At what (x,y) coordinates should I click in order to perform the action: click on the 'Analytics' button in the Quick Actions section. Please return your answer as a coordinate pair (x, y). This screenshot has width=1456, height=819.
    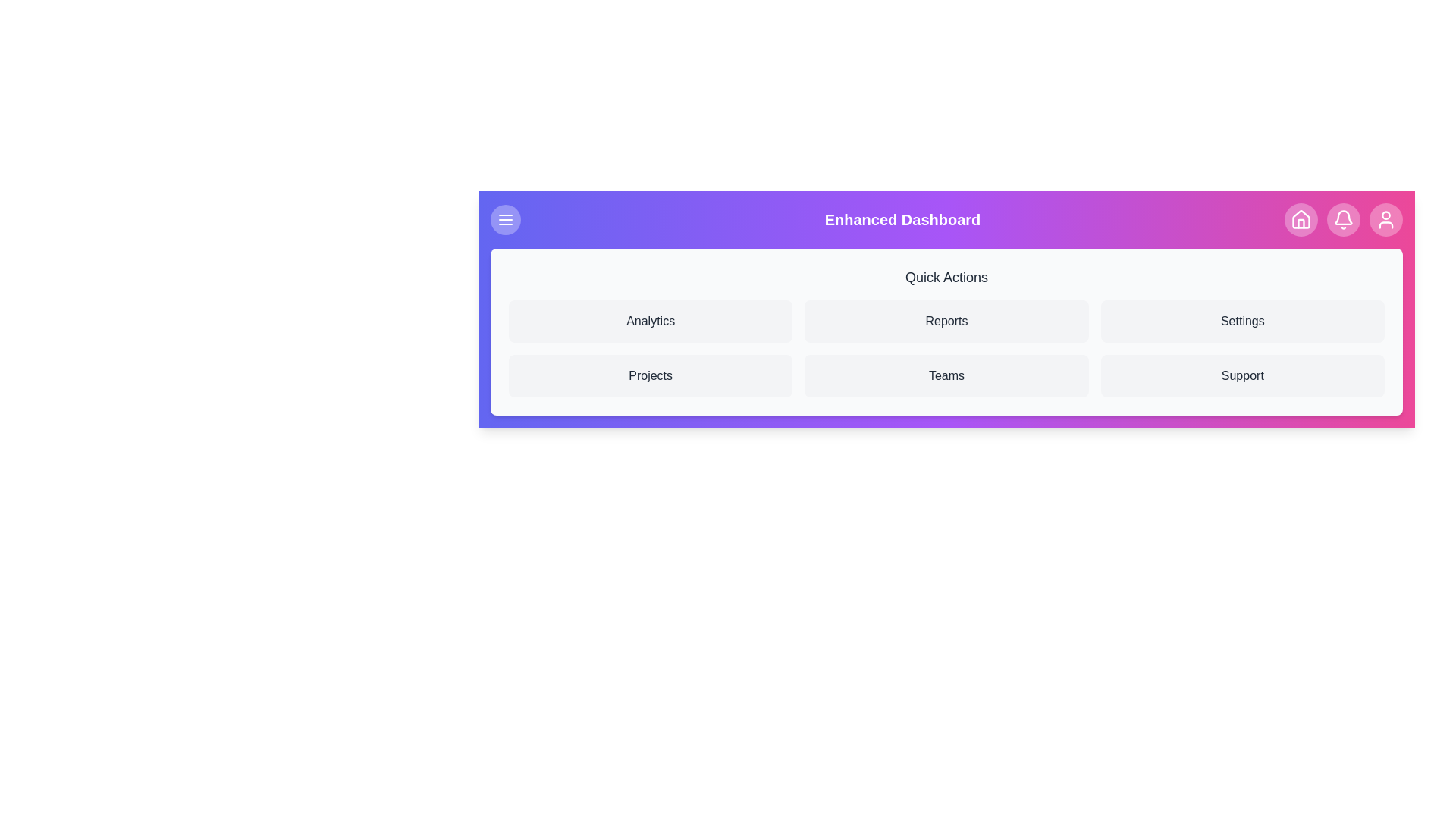
    Looking at the image, I should click on (651, 321).